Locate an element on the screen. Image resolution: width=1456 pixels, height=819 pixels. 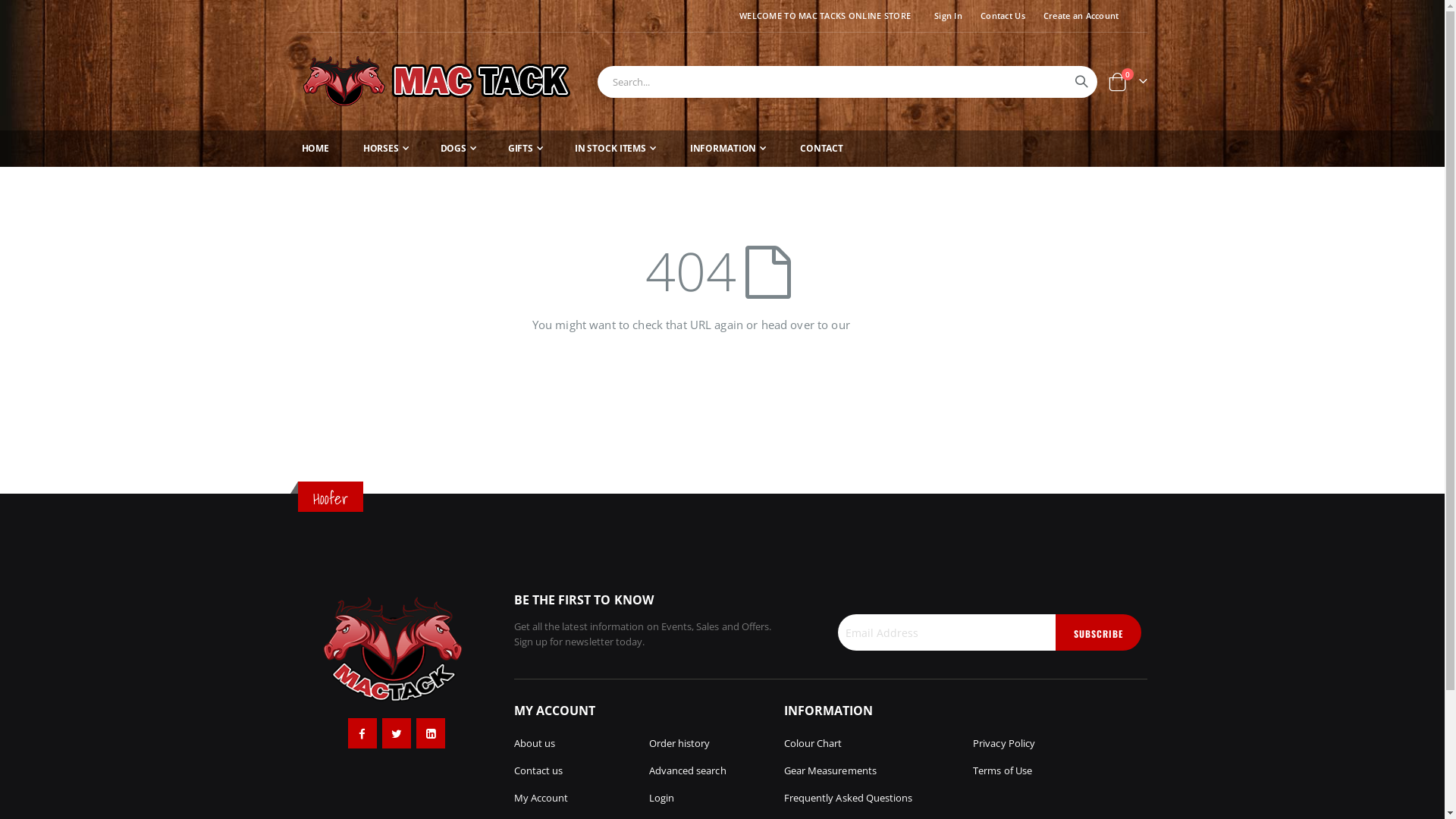
'Gear Measurements' is located at coordinates (829, 770).